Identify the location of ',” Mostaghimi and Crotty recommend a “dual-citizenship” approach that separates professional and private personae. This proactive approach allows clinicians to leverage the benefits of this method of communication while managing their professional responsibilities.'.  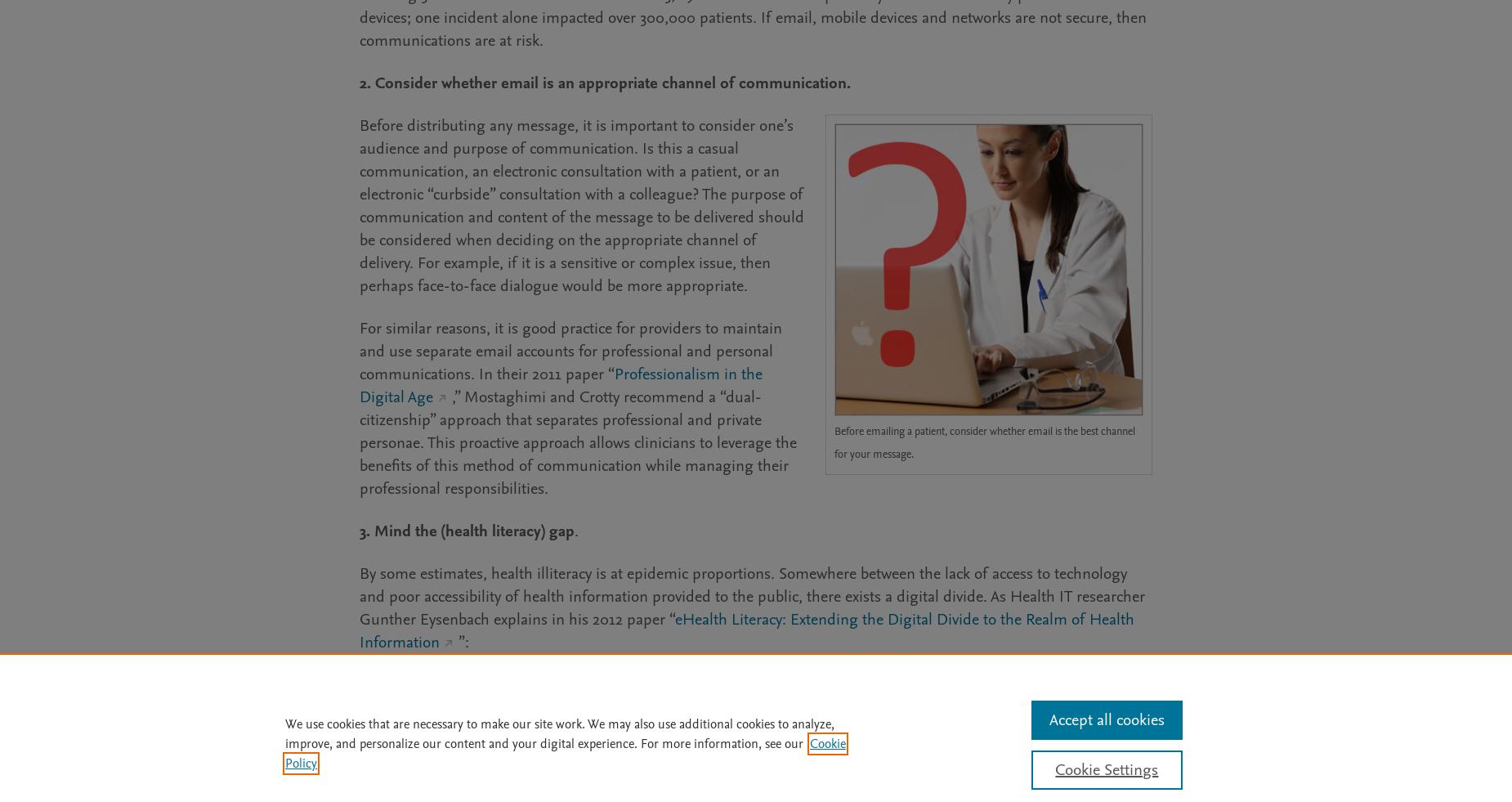
(358, 442).